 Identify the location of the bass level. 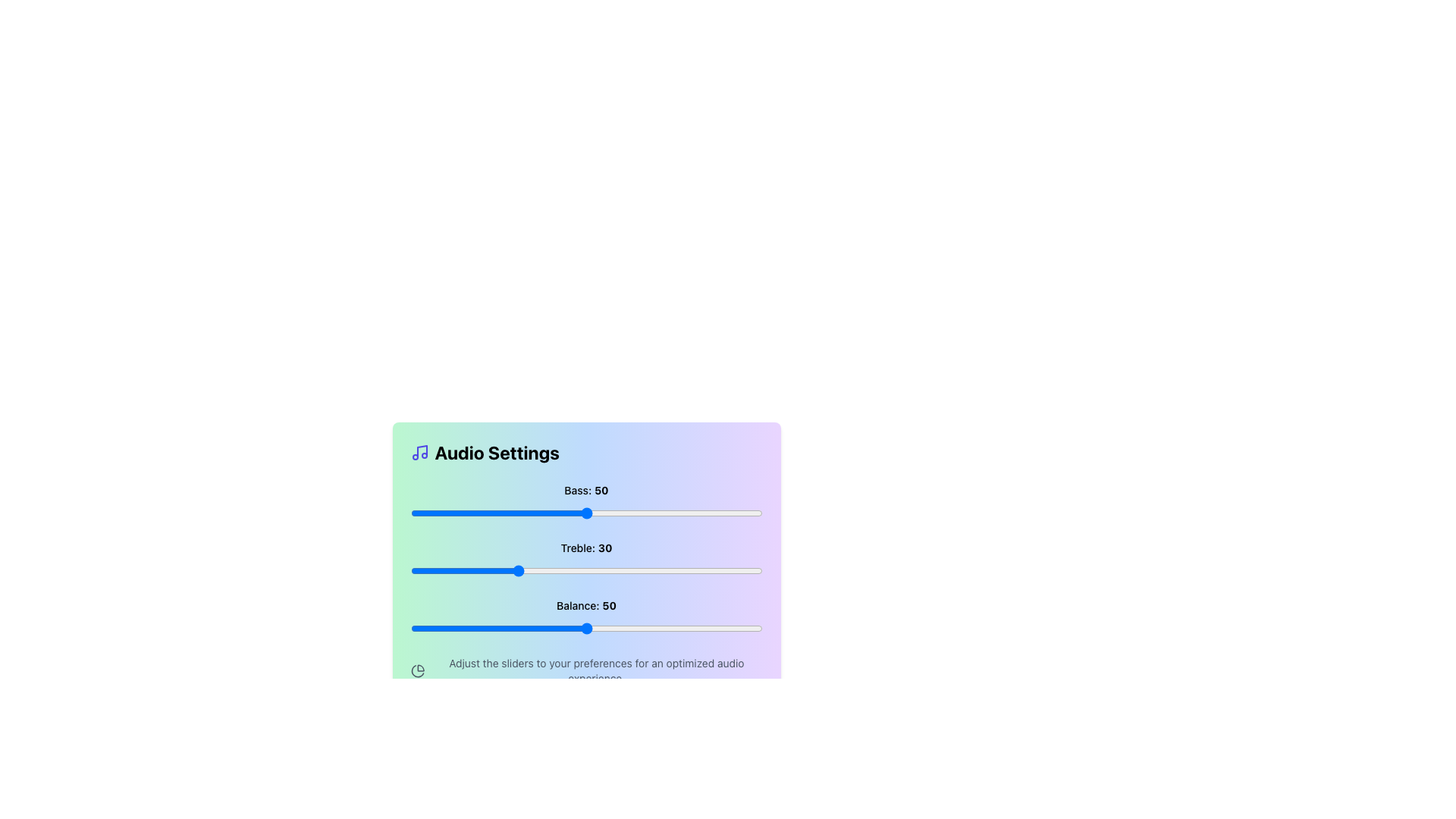
(480, 513).